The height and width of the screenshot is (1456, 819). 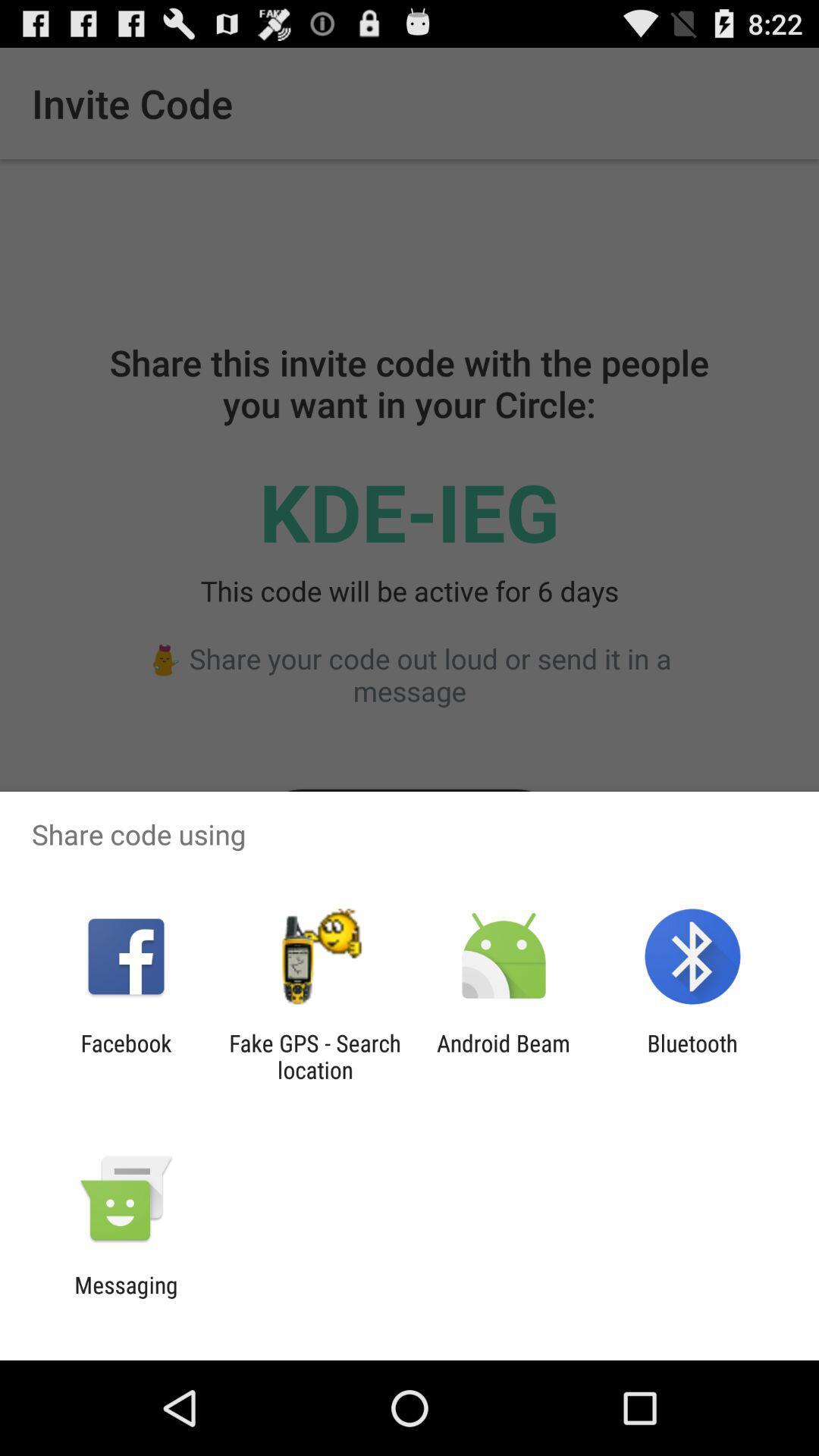 What do you see at coordinates (504, 1056) in the screenshot?
I see `app to the right of fake gps search` at bounding box center [504, 1056].